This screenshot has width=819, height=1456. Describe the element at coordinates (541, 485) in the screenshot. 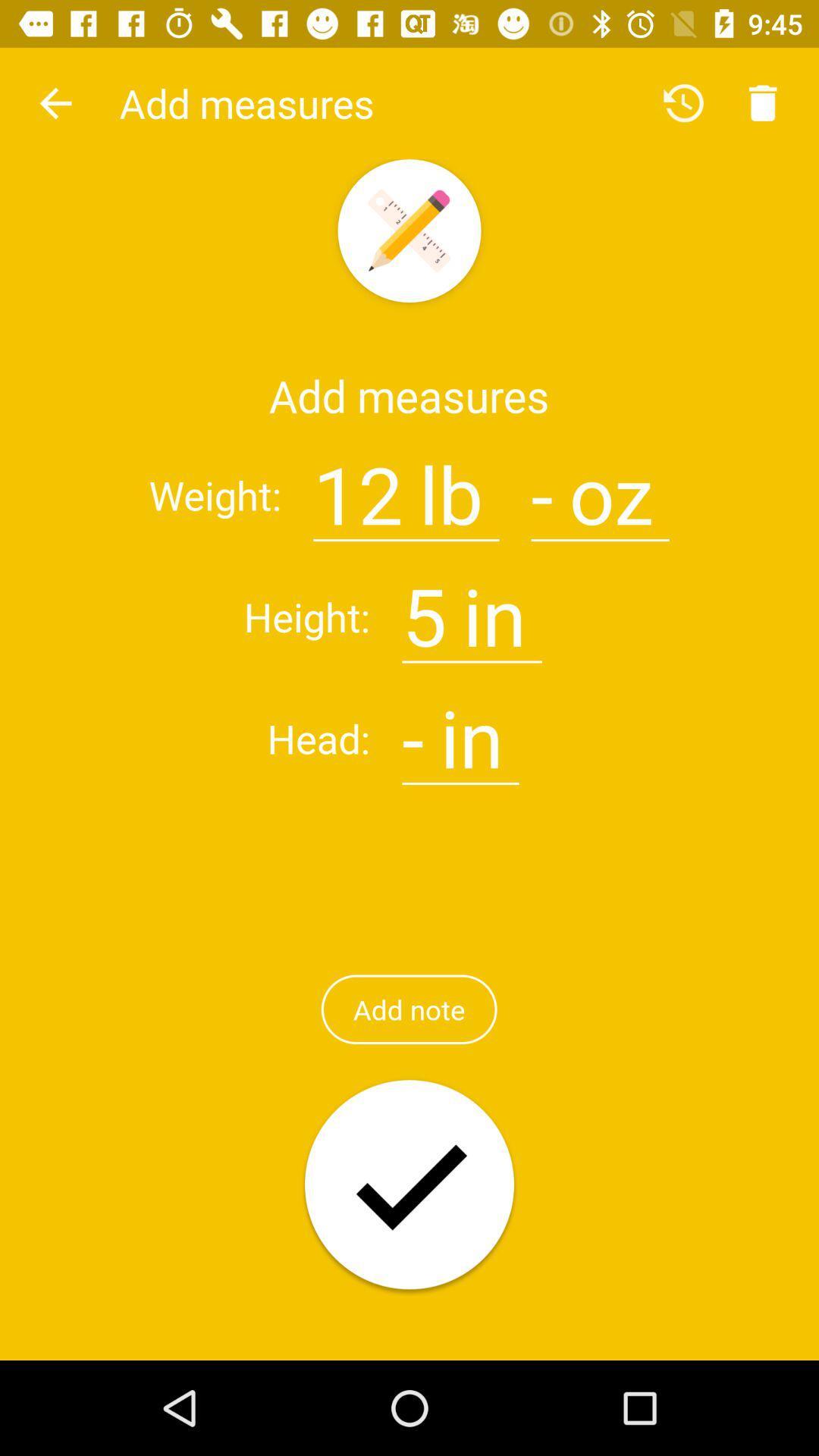

I see `weight` at that location.